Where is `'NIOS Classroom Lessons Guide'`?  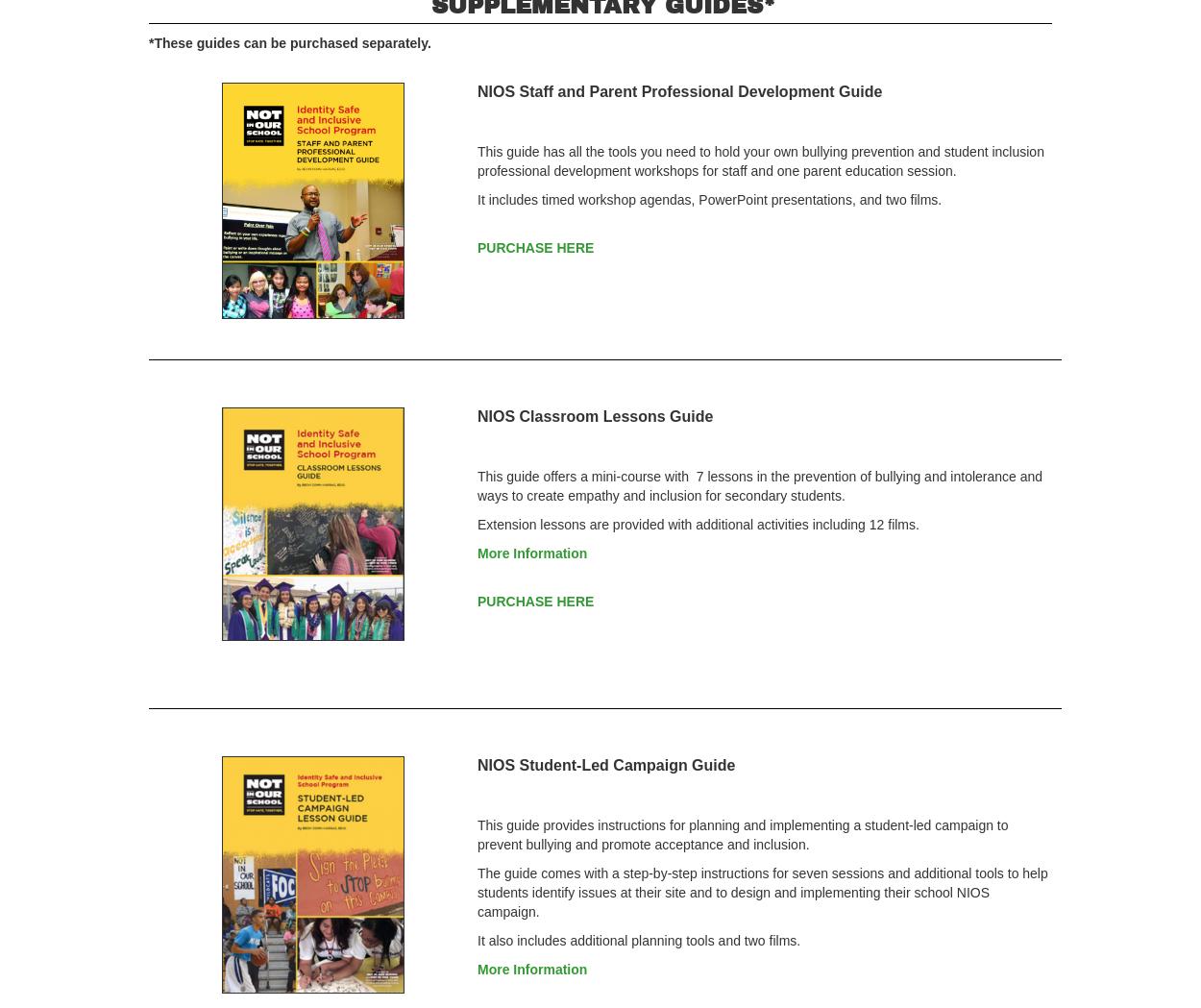 'NIOS Classroom Lessons Guide' is located at coordinates (594, 415).